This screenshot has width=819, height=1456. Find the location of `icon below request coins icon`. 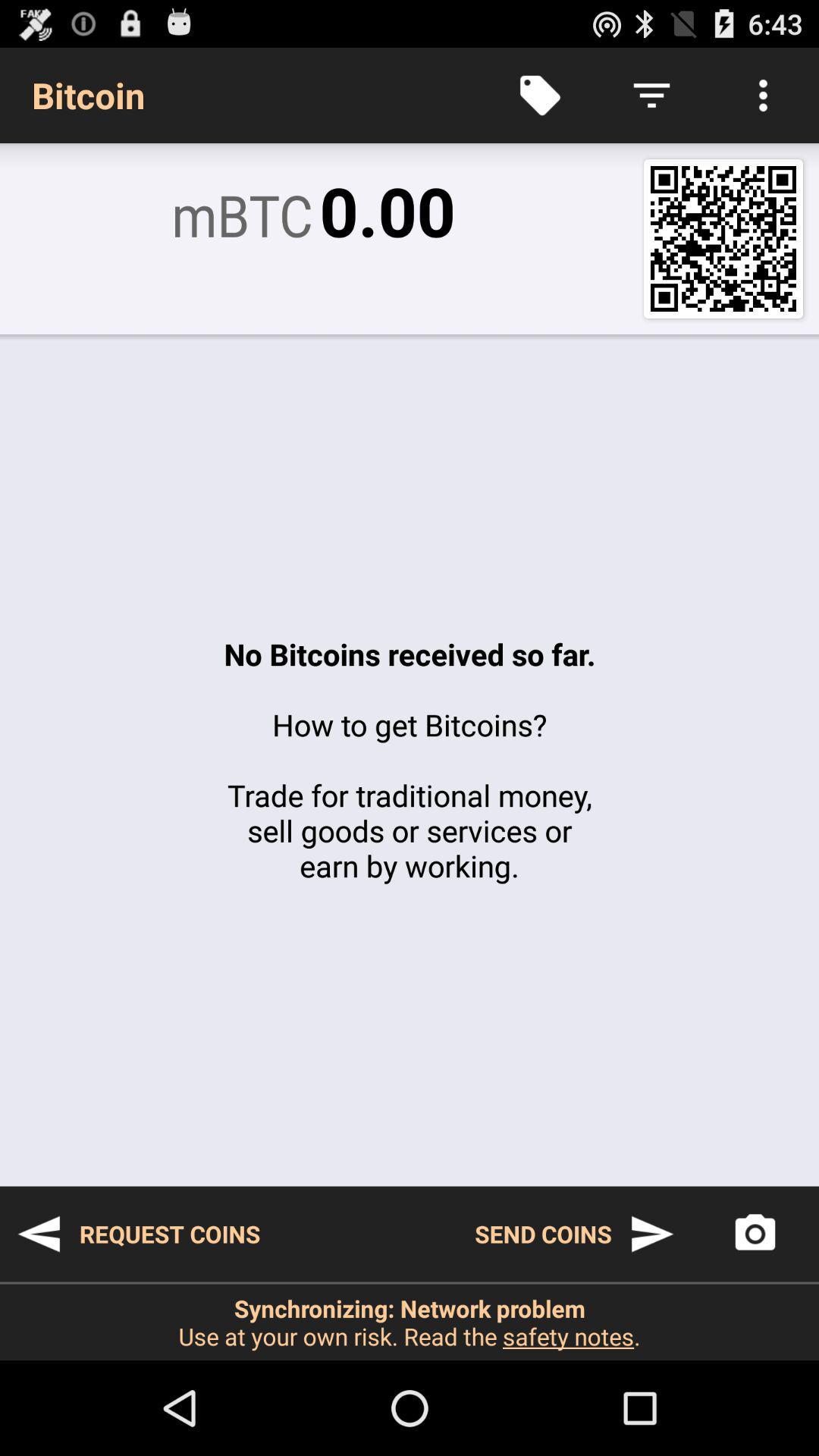

icon below request coins icon is located at coordinates (409, 1321).